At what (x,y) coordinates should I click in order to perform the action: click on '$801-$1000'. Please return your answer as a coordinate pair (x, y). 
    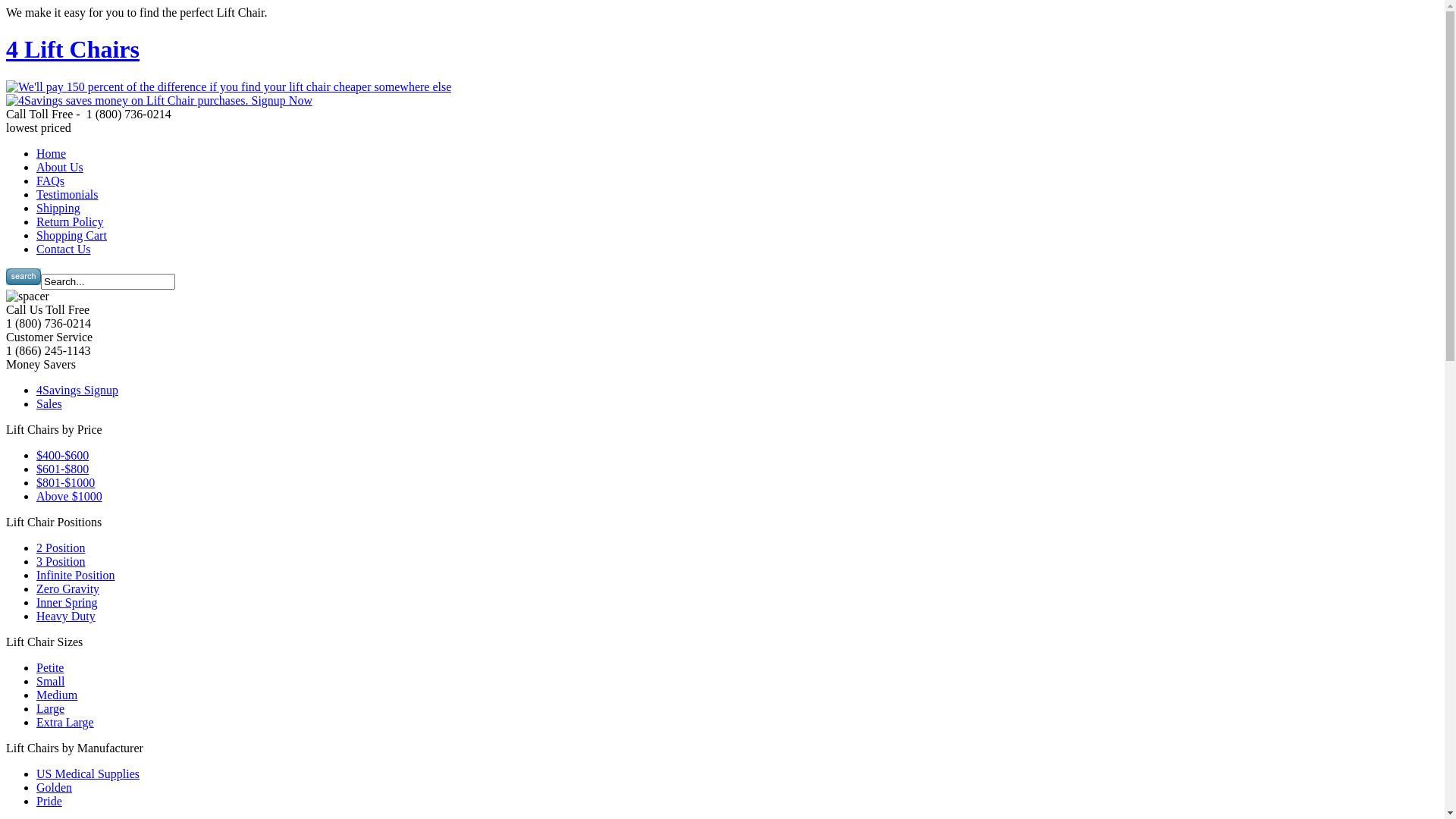
    Looking at the image, I should click on (64, 482).